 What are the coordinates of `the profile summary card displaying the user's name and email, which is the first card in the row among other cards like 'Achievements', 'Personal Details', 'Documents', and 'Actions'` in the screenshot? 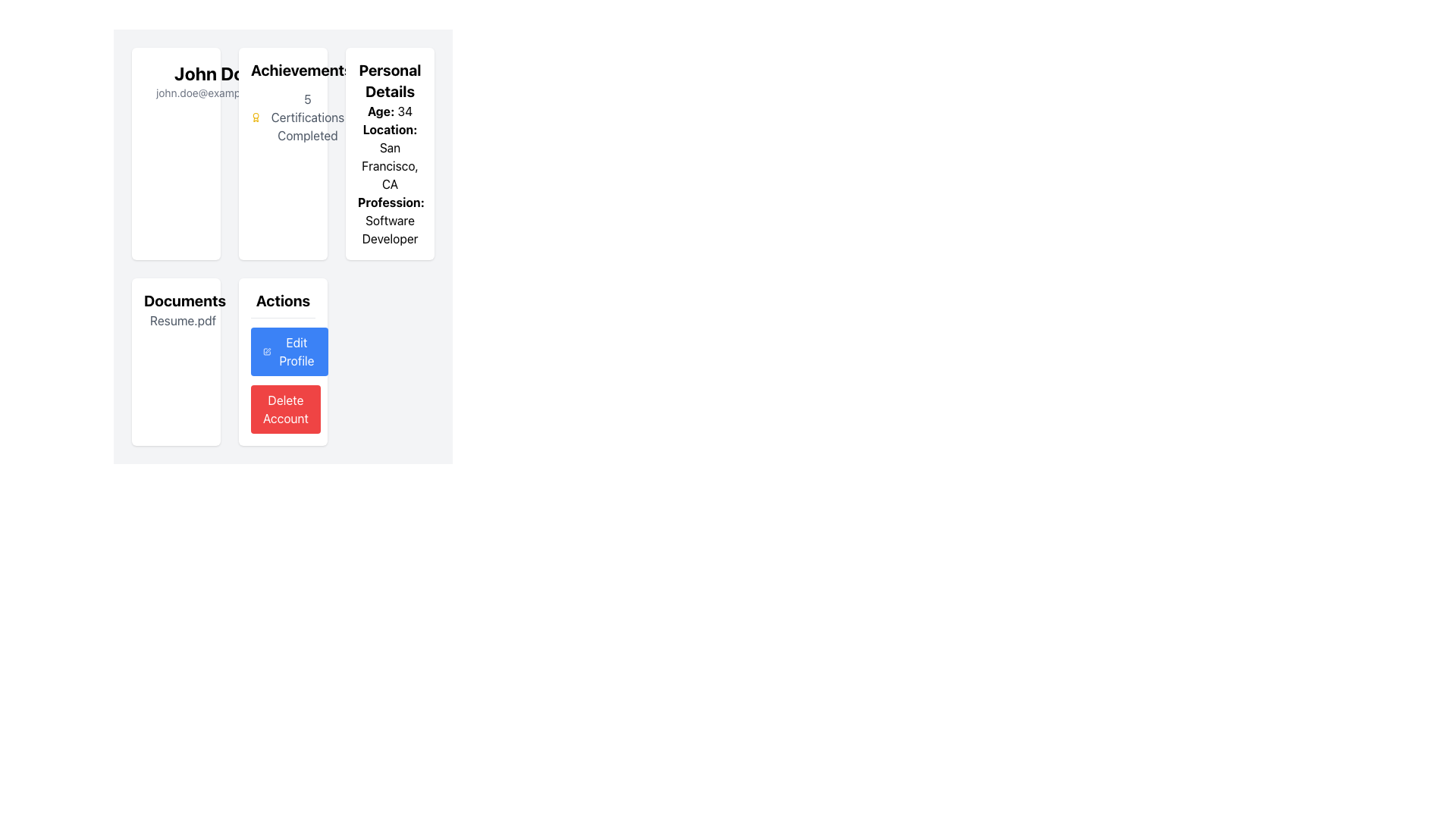 It's located at (176, 154).